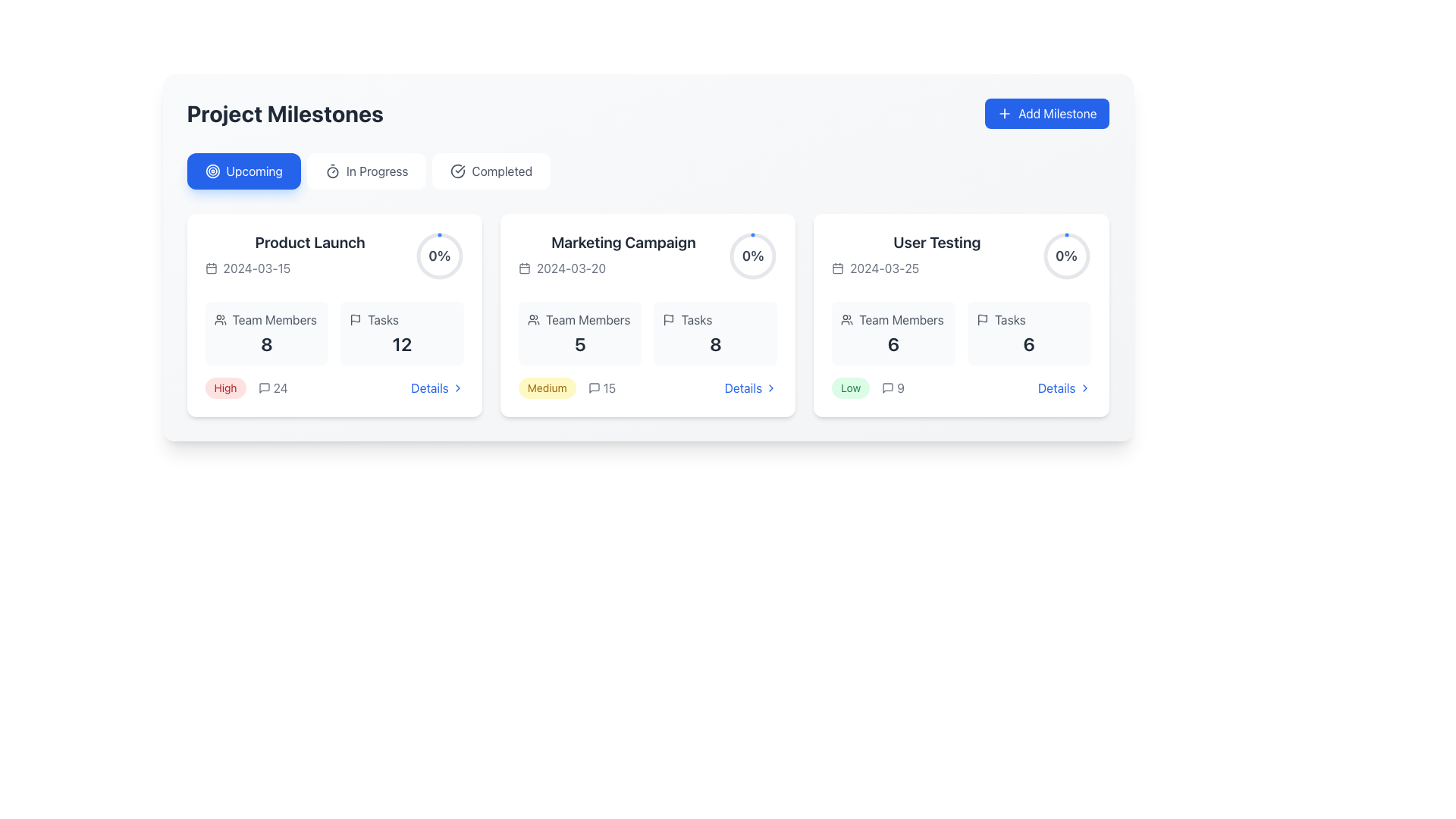 The width and height of the screenshot is (1456, 819). I want to click on the speech bubble icon located within the 'Marketing Campaign' milestone card, which is adjacent to the numerical indicator showing '15', so click(593, 388).